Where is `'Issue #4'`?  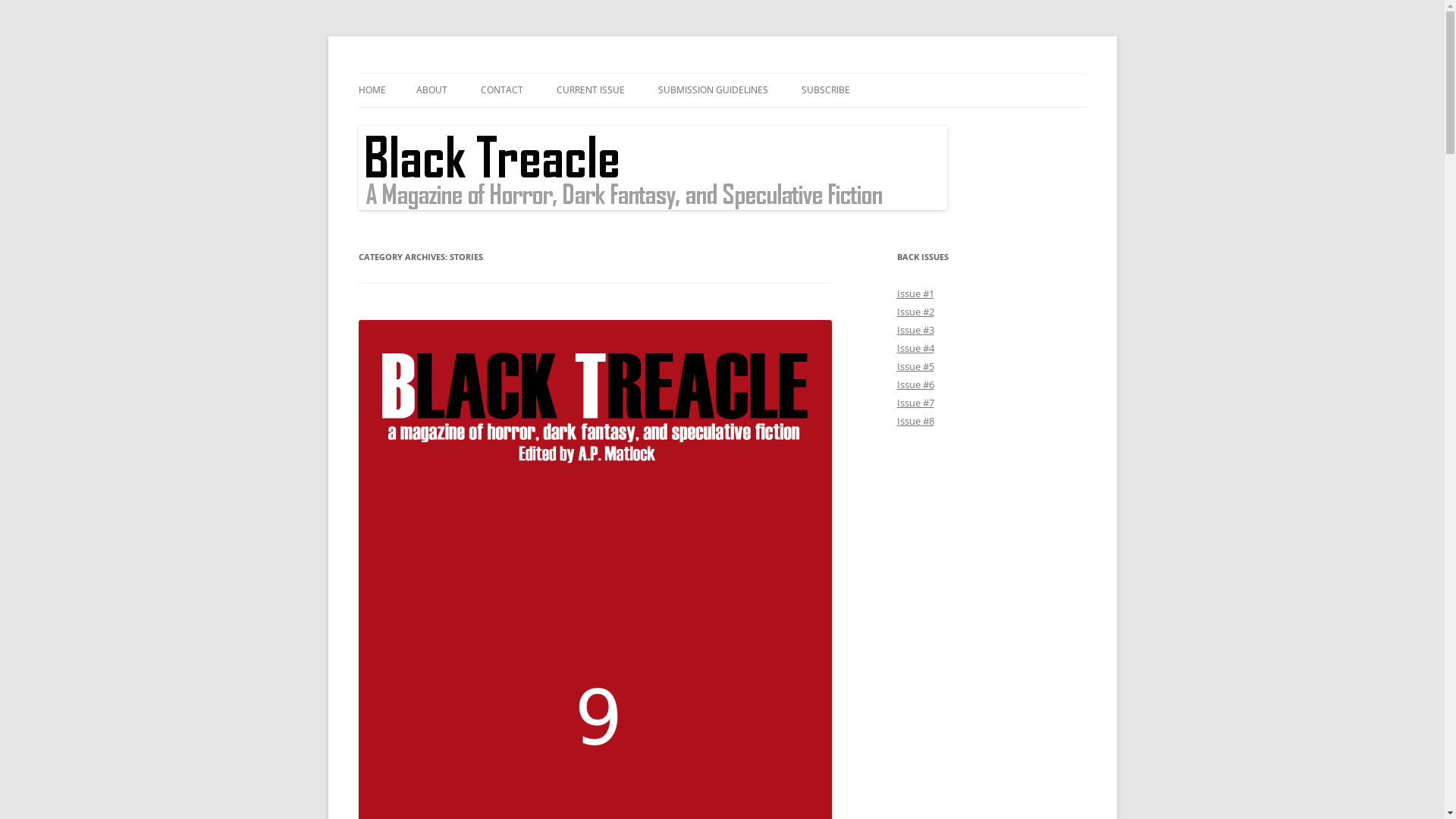 'Issue #4' is located at coordinates (914, 348).